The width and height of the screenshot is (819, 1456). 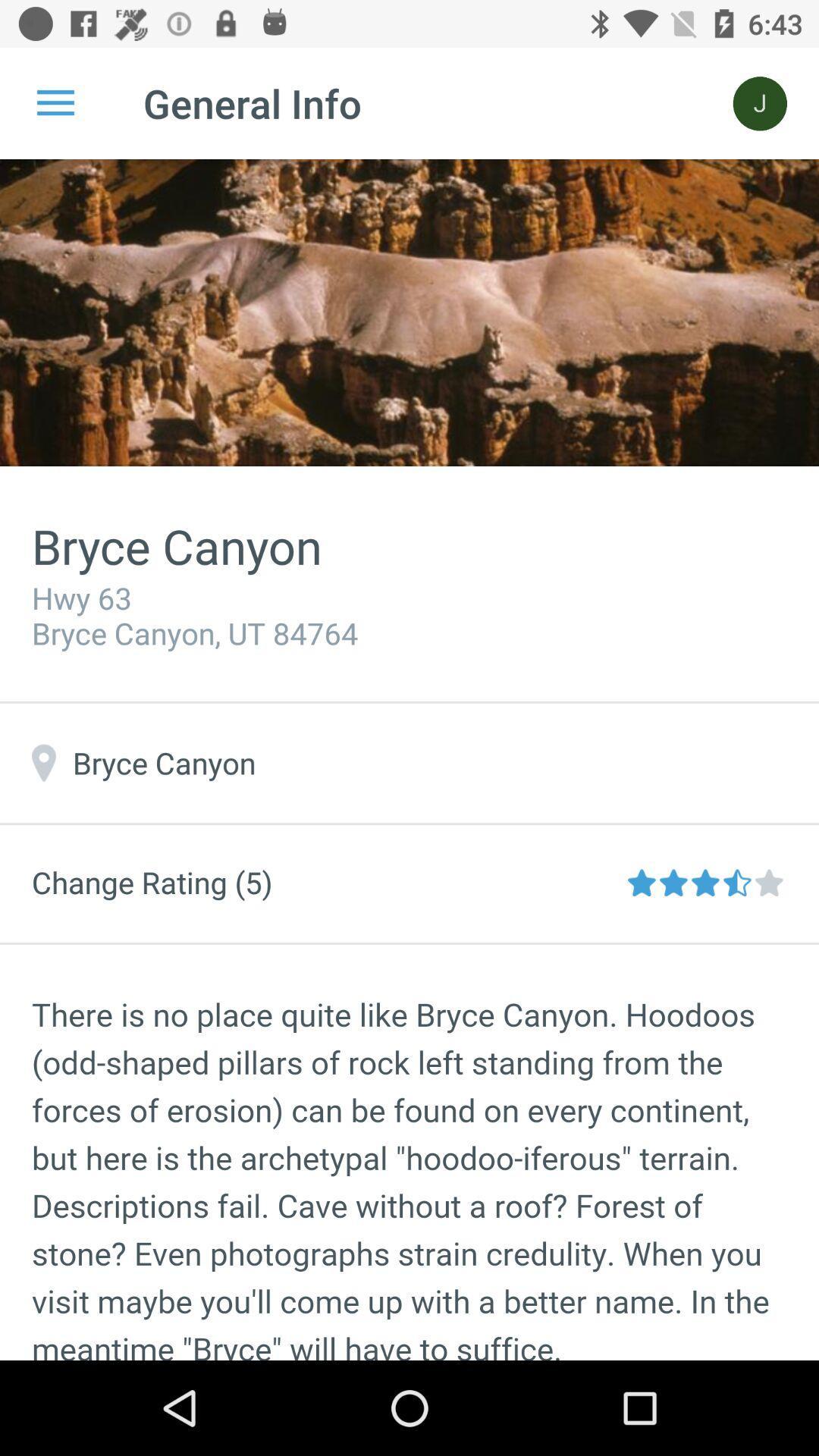 I want to click on icon to the left of general info item, so click(x=55, y=102).